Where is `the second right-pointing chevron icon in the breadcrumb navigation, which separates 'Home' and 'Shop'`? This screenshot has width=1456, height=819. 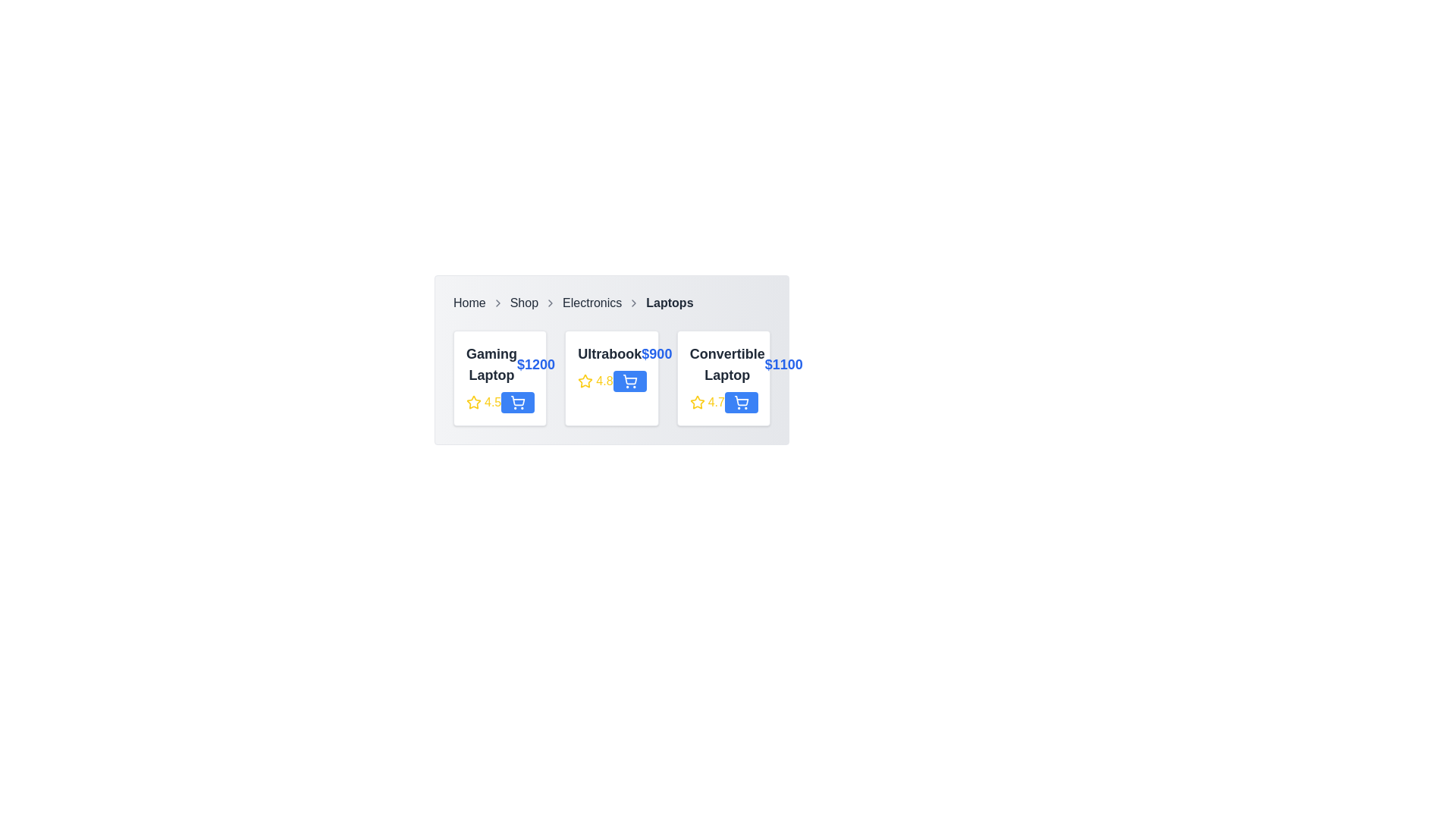
the second right-pointing chevron icon in the breadcrumb navigation, which separates 'Home' and 'Shop' is located at coordinates (497, 303).